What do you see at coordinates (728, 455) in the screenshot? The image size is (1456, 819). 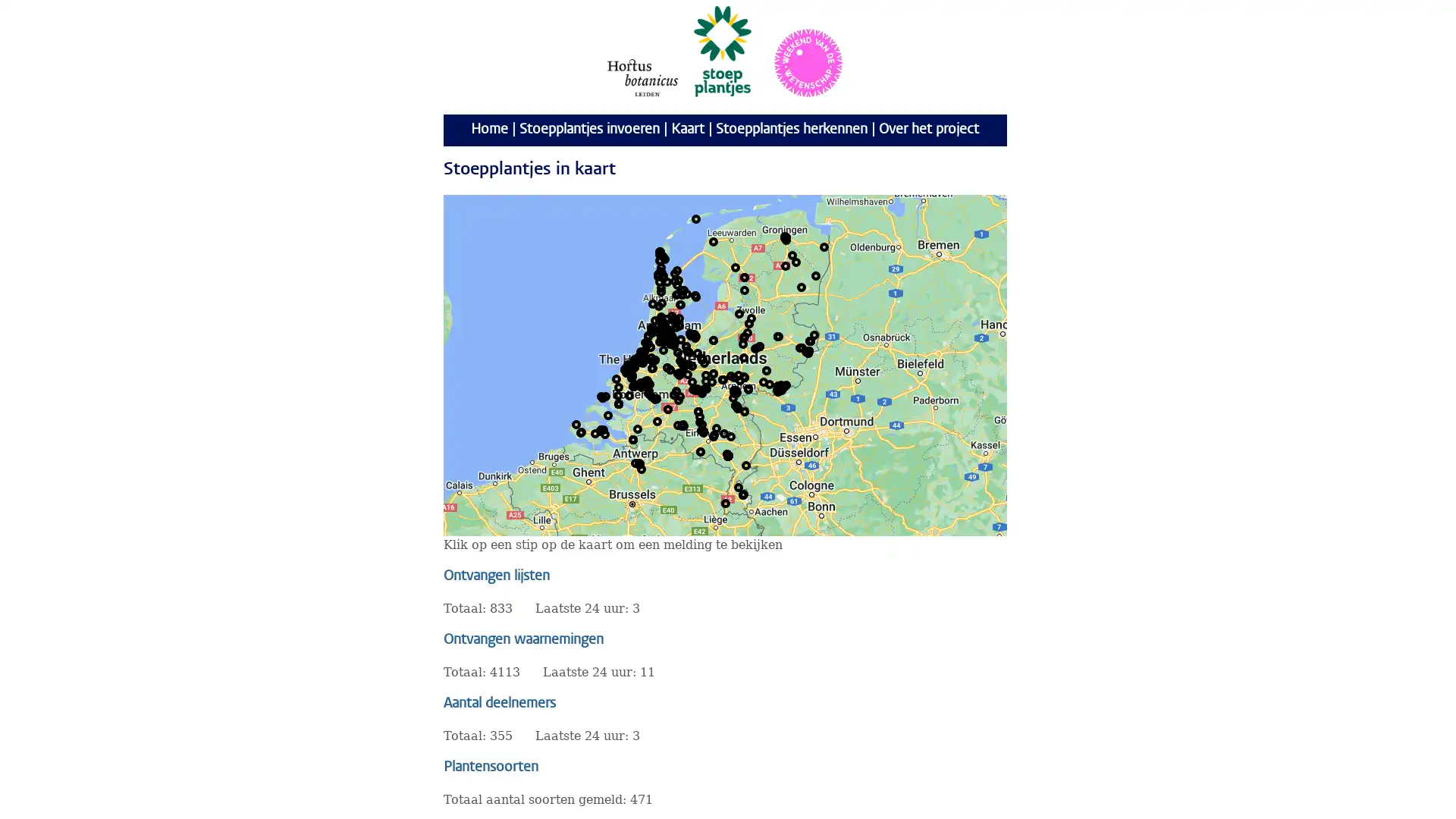 I see `Telling van Ton Frenken op 10 juni 2022` at bounding box center [728, 455].